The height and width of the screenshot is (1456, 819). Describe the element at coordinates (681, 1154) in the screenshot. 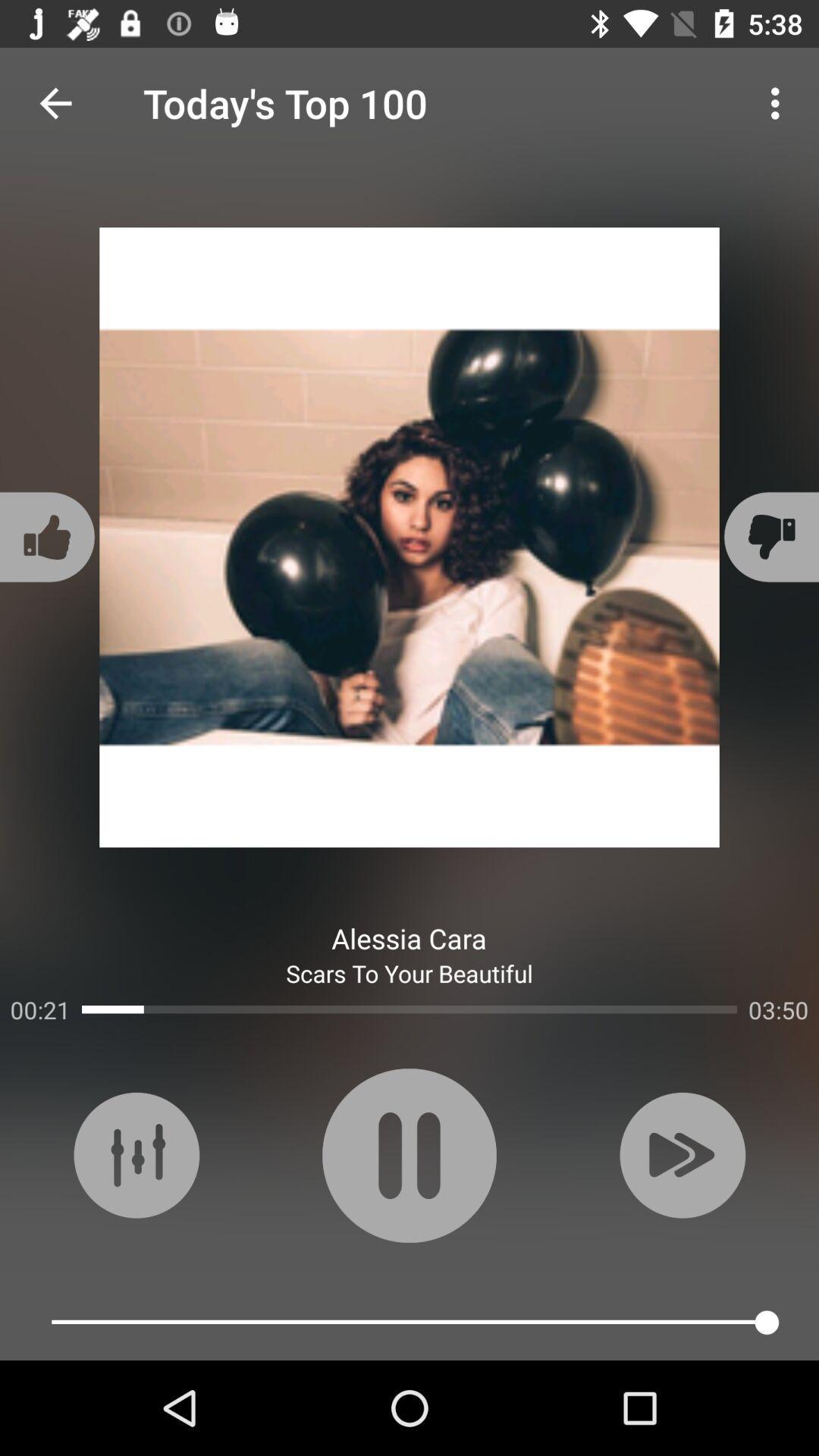

I see `the icon below the 03:50 item` at that location.